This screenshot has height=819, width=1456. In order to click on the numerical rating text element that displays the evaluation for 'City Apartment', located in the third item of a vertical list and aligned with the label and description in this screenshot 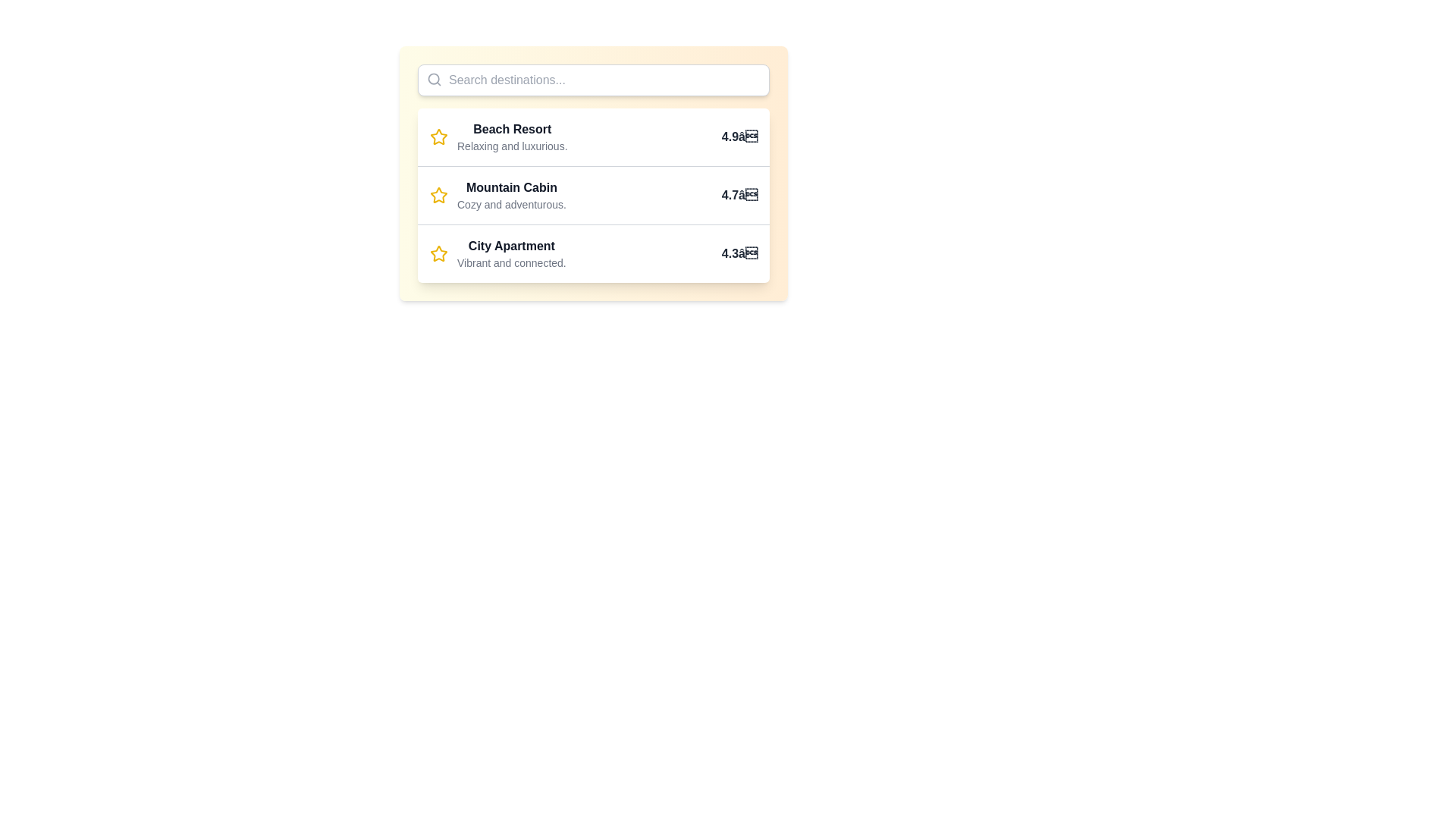, I will do `click(739, 253)`.